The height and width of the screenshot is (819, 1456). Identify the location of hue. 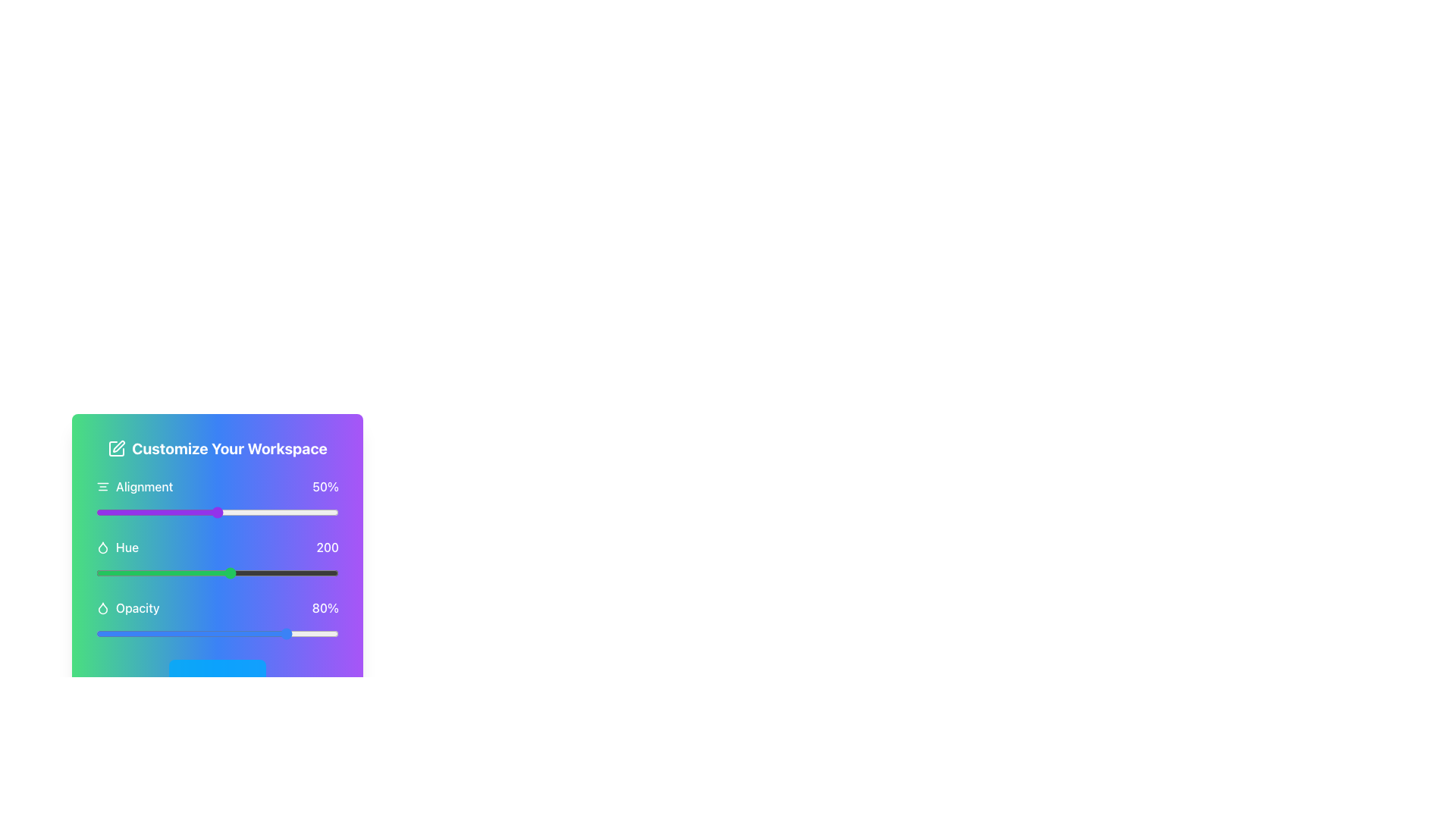
(310, 573).